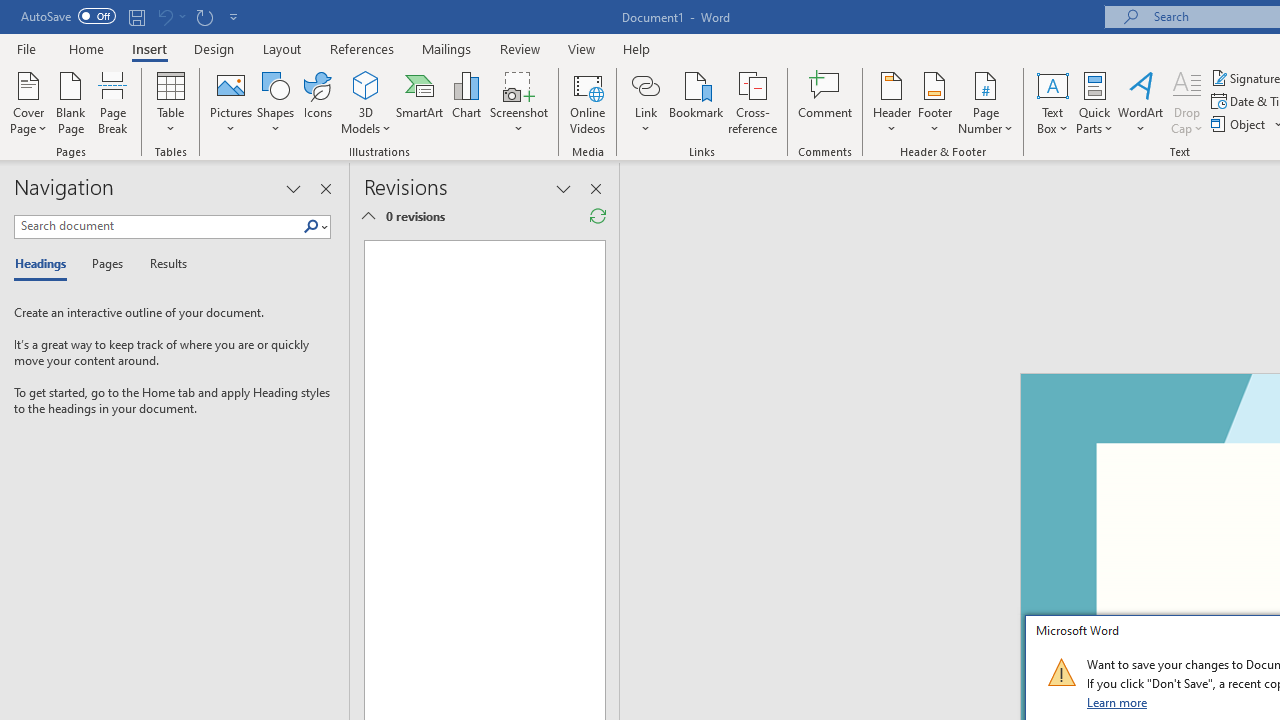 The image size is (1280, 720). What do you see at coordinates (636, 48) in the screenshot?
I see `'Help'` at bounding box center [636, 48].